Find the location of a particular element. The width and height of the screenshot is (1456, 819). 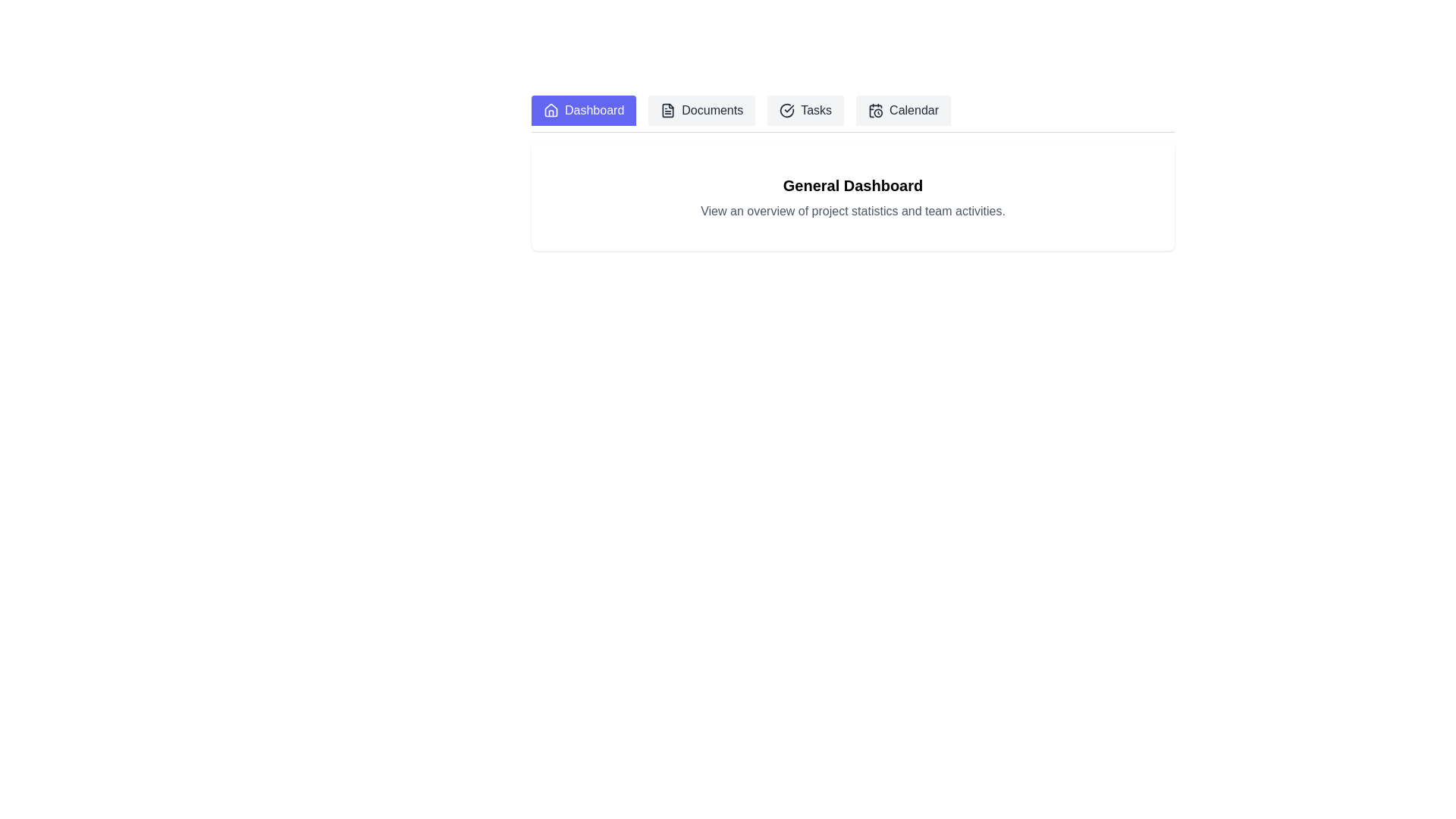

the Navigation bar tab located at the top-center of the interface for visual feedback is located at coordinates (852, 113).